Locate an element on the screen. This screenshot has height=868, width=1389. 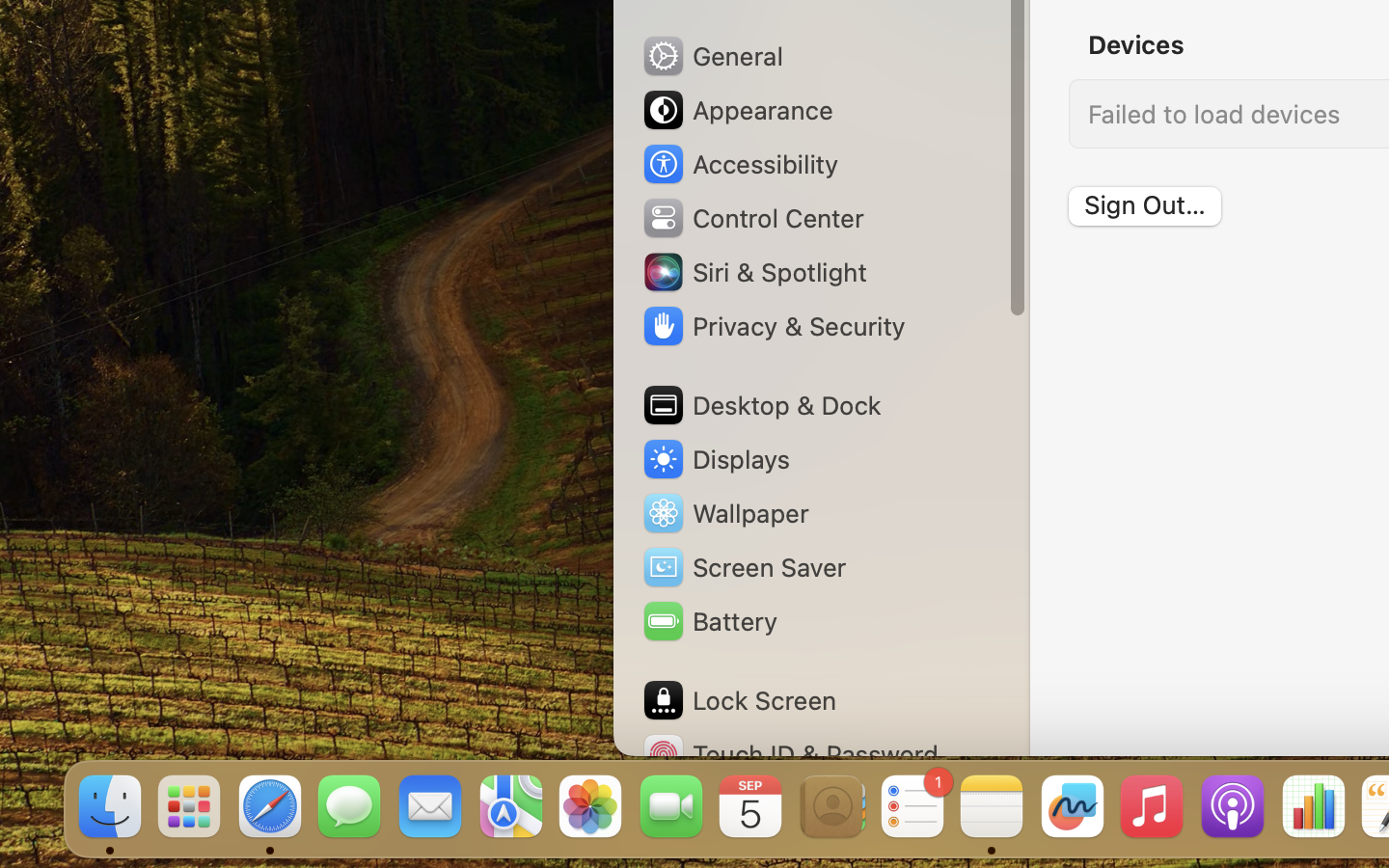
'Lock Screen' is located at coordinates (737, 699).